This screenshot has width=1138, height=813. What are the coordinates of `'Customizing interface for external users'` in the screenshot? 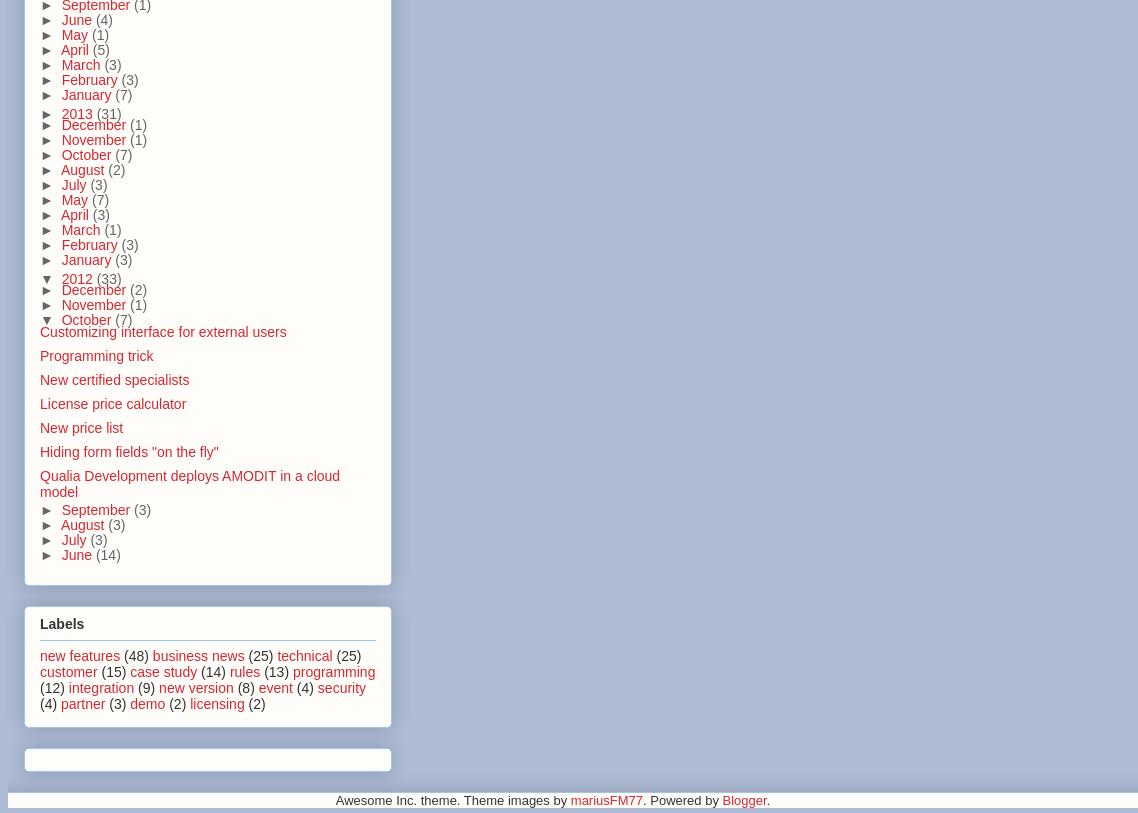 It's located at (162, 329).